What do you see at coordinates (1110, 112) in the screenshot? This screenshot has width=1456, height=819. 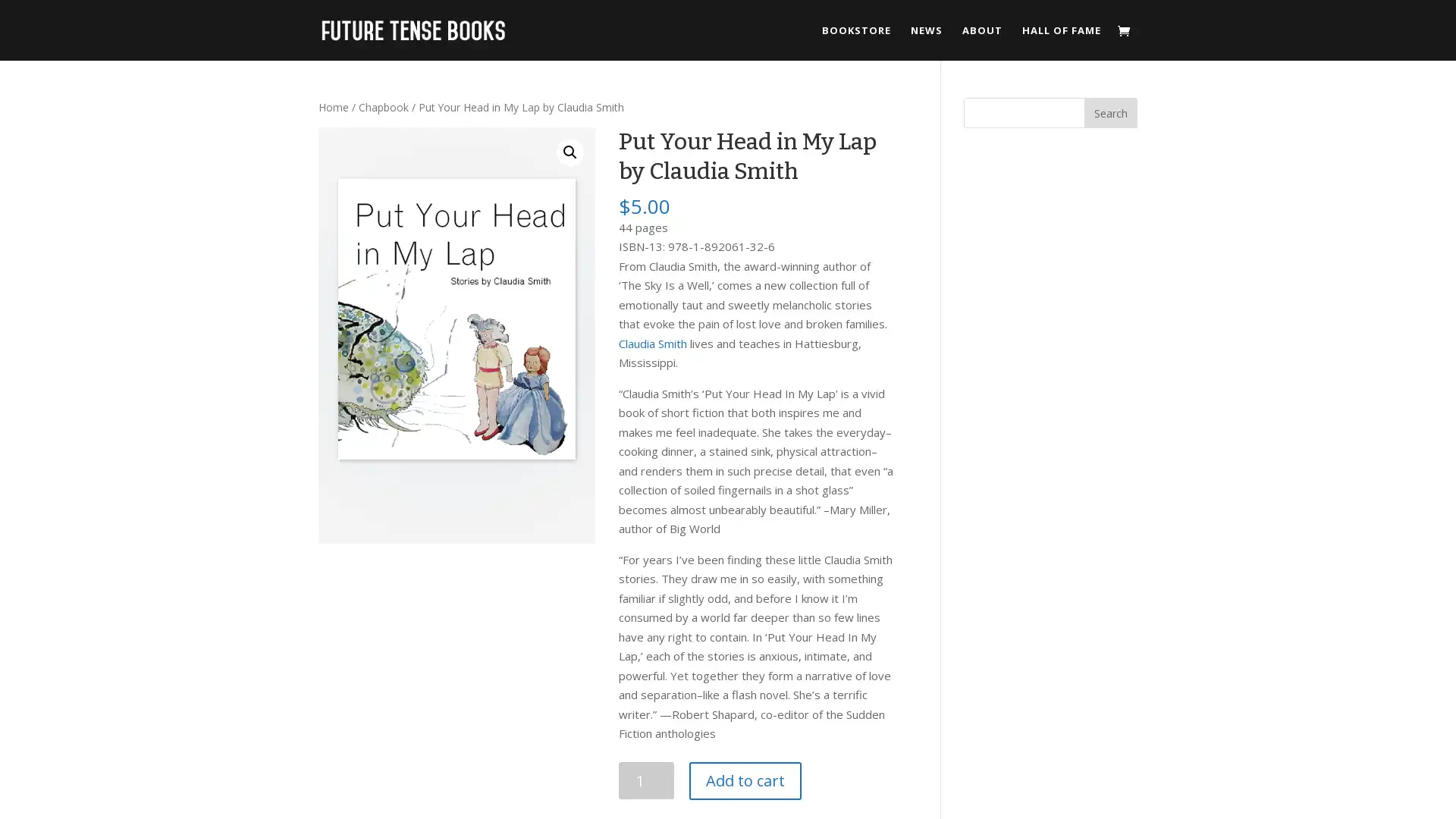 I see `Search` at bounding box center [1110, 112].